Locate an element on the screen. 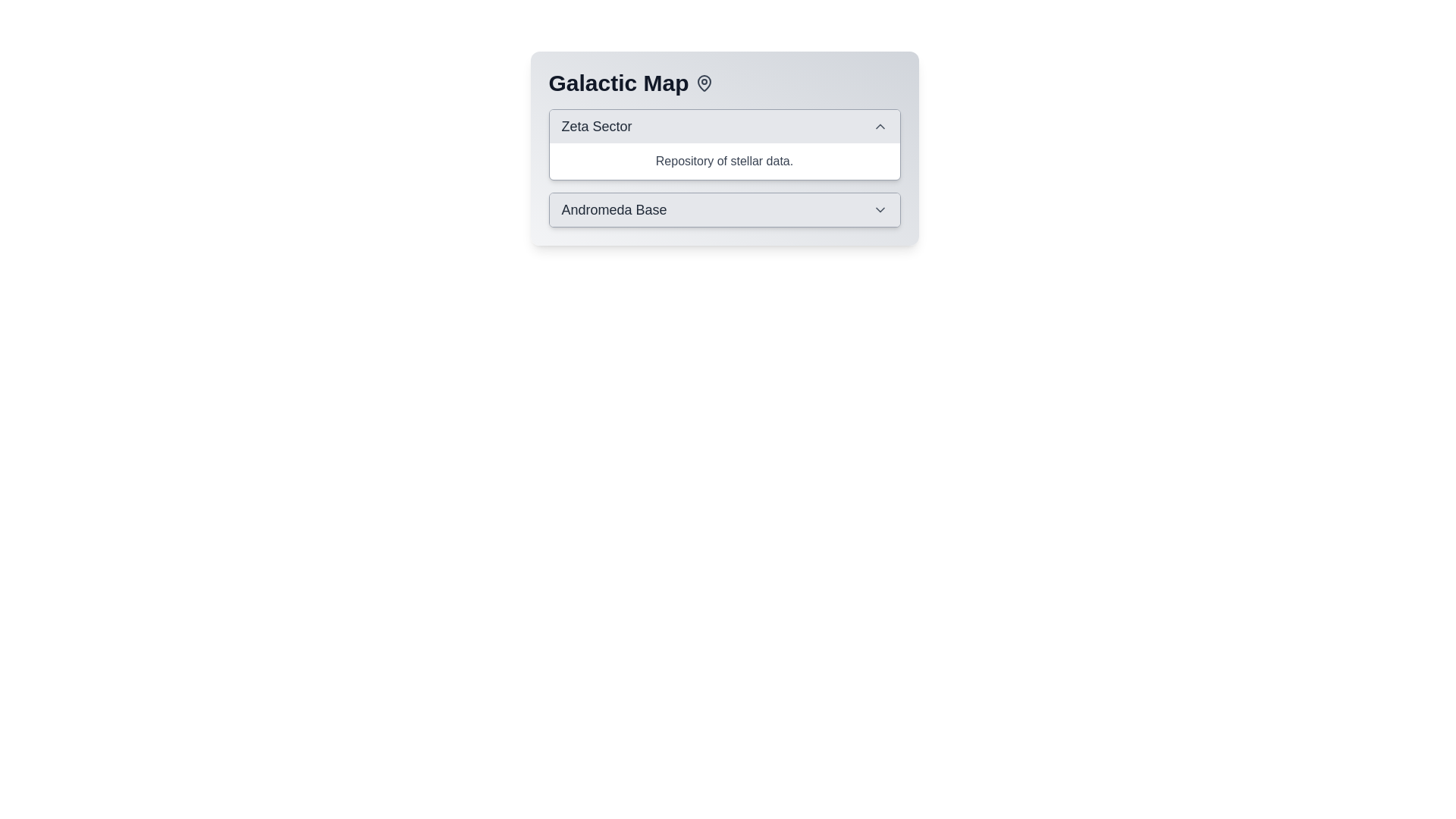  the Dropdown Header labeled 'Zeta Sector', which is a button-like component with a light gray background and an upward-pointing chevron icon is located at coordinates (723, 125).